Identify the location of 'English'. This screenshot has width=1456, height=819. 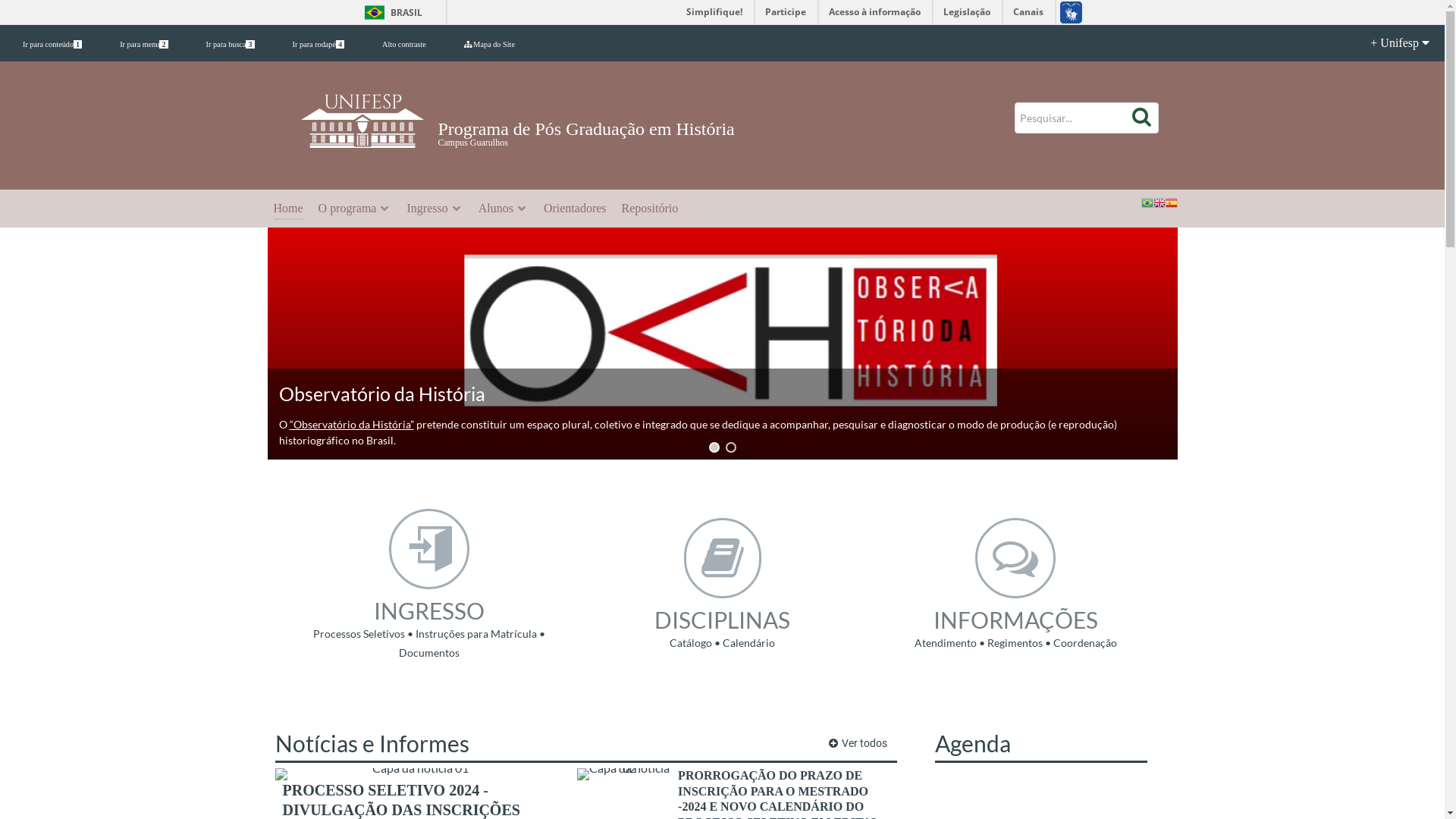
(1153, 200).